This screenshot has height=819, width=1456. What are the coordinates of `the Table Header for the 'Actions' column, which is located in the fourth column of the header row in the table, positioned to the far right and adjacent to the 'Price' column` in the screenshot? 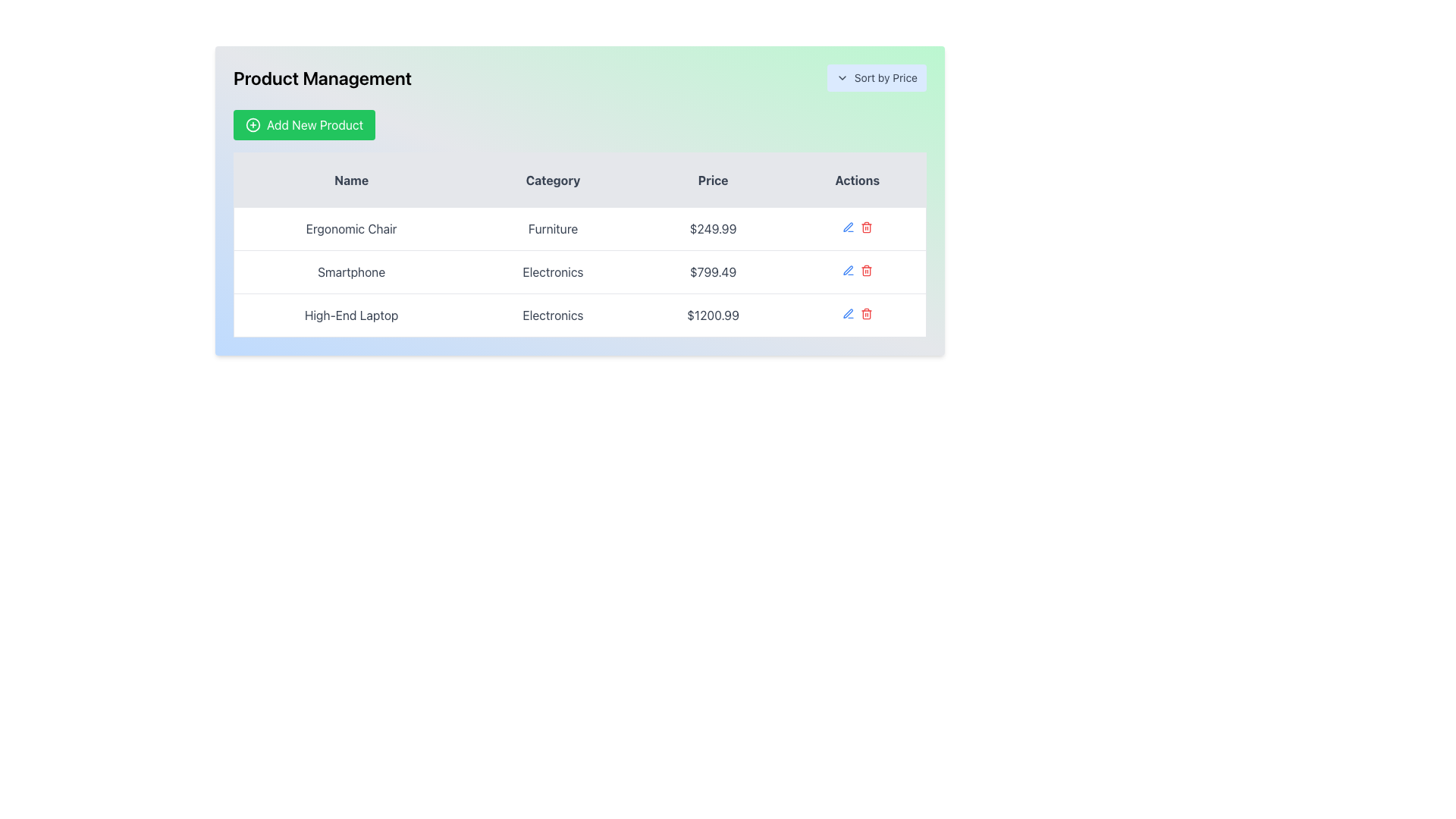 It's located at (858, 179).